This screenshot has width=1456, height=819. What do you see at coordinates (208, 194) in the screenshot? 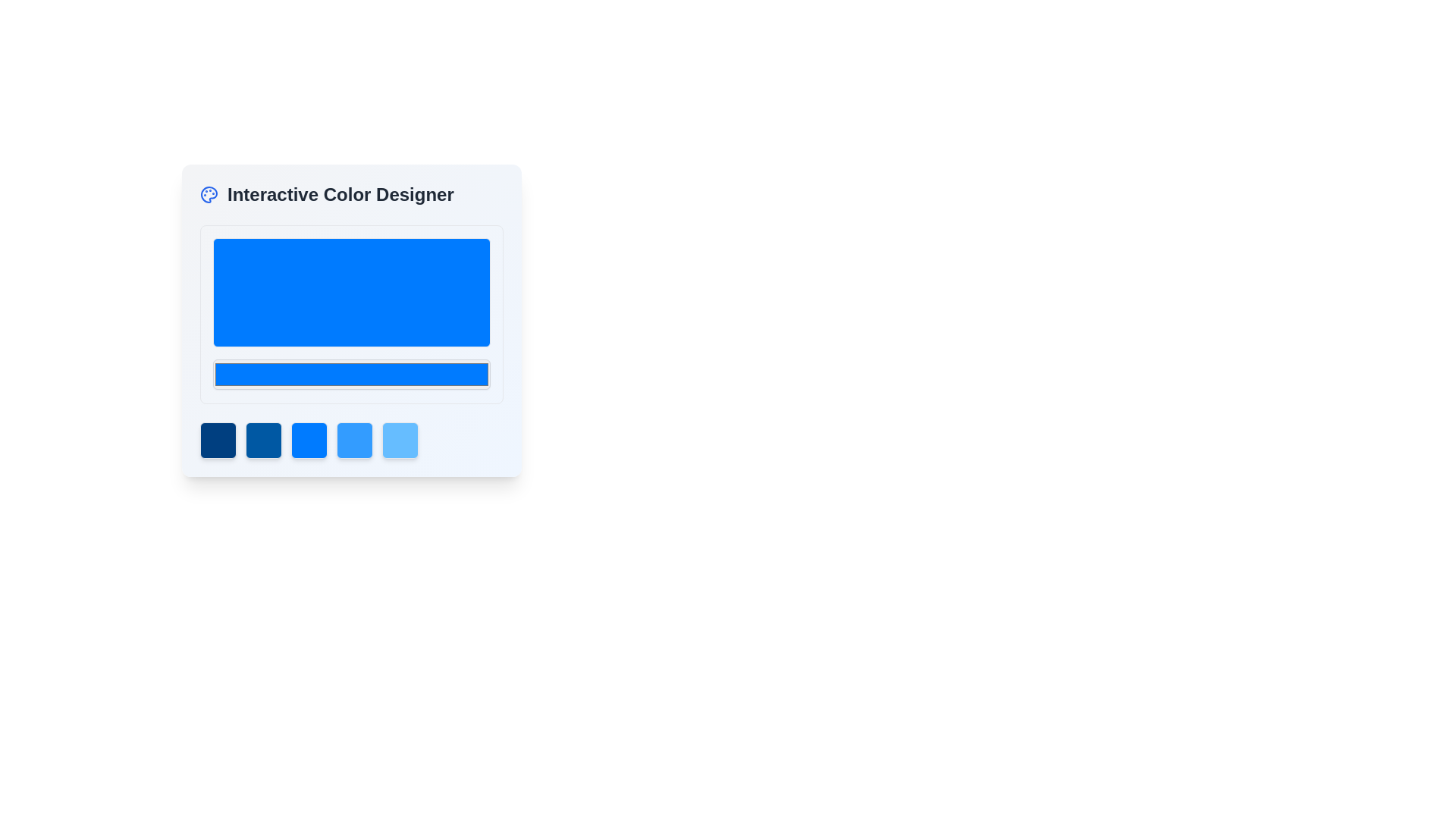
I see `the painter's palette icon, which is located to the left of the text 'Interactive Color Designer'` at bounding box center [208, 194].